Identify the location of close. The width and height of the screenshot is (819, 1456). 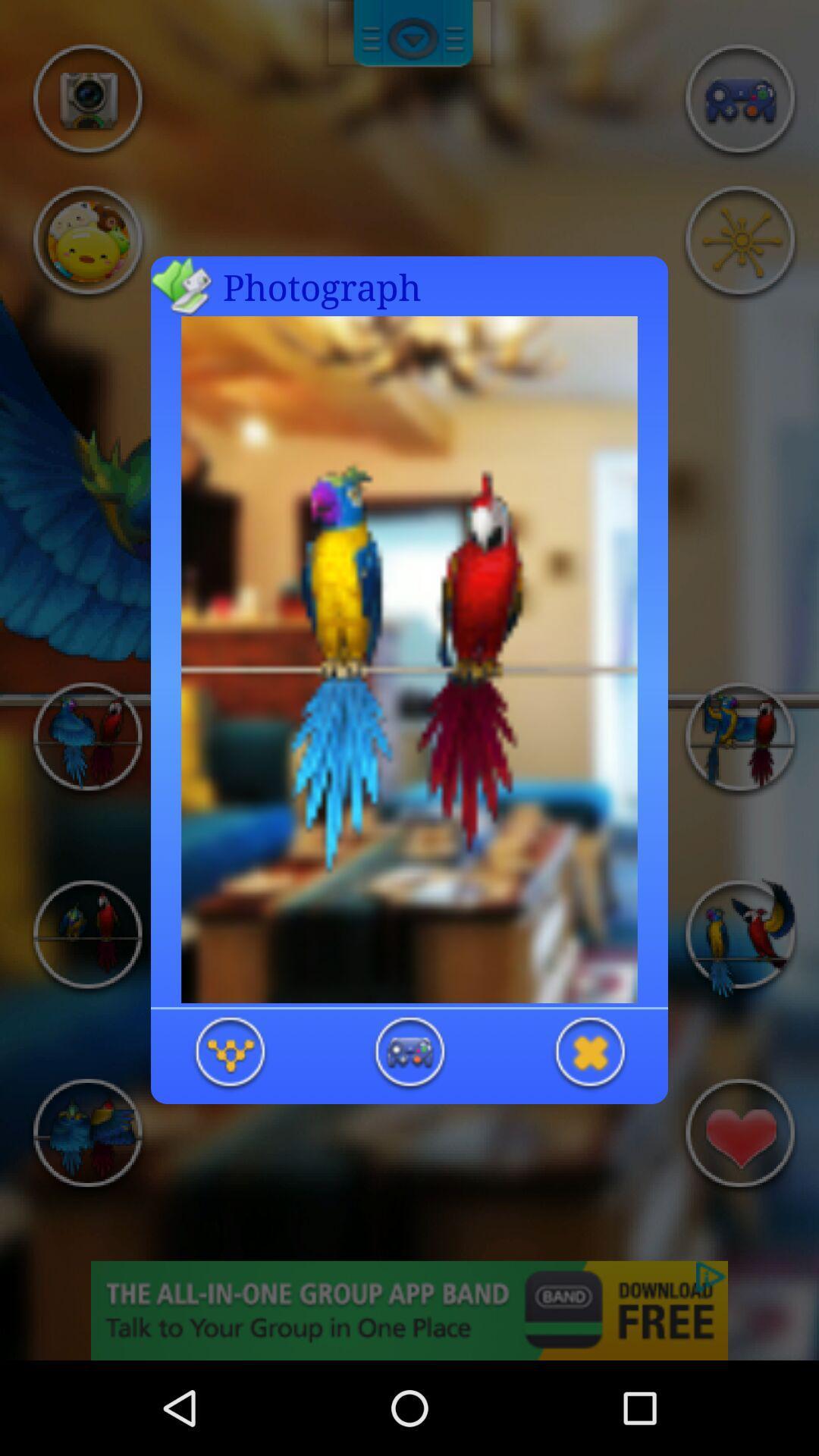
(588, 1053).